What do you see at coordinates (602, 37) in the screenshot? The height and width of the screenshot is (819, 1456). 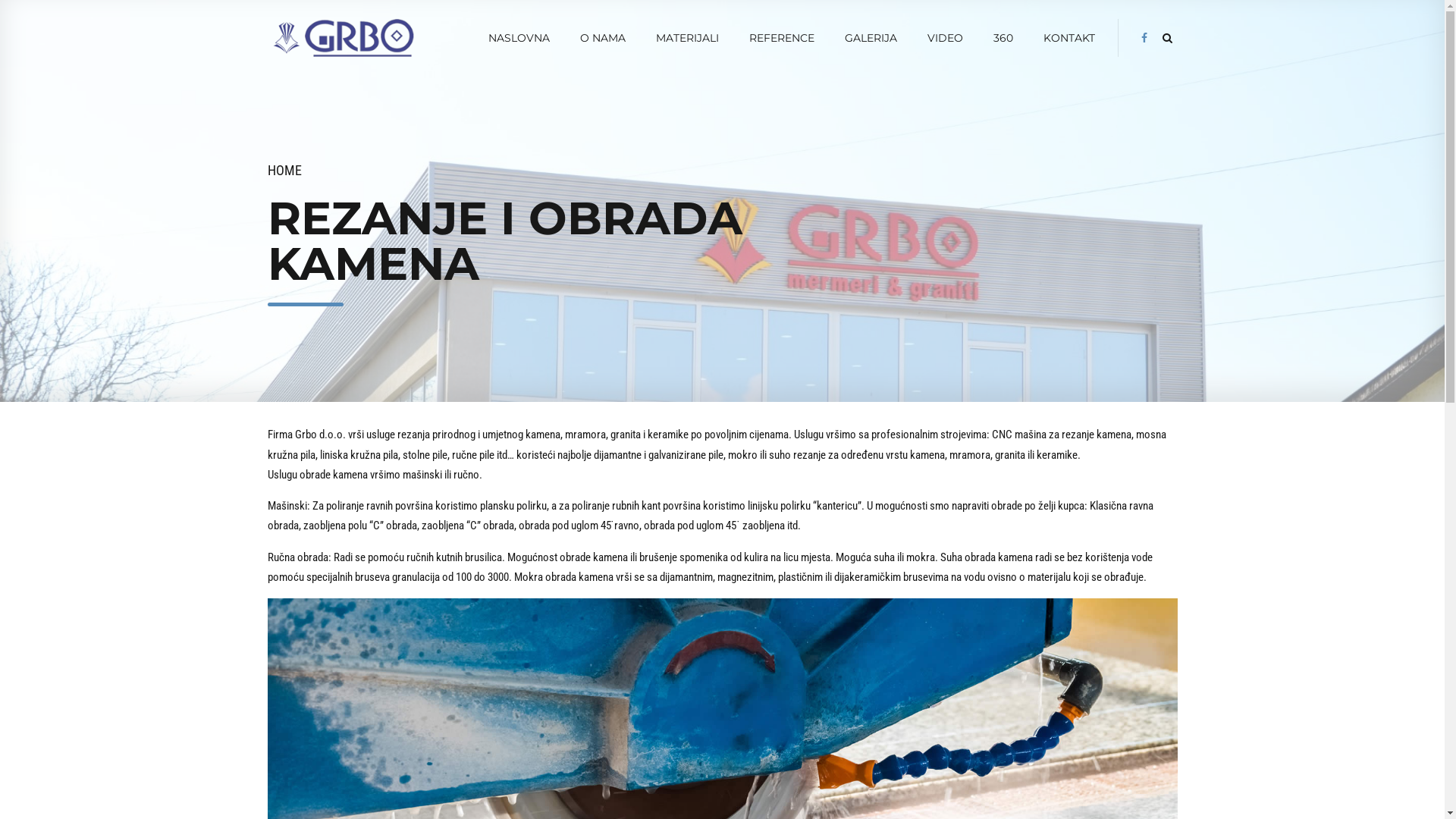 I see `'O NAMA'` at bounding box center [602, 37].